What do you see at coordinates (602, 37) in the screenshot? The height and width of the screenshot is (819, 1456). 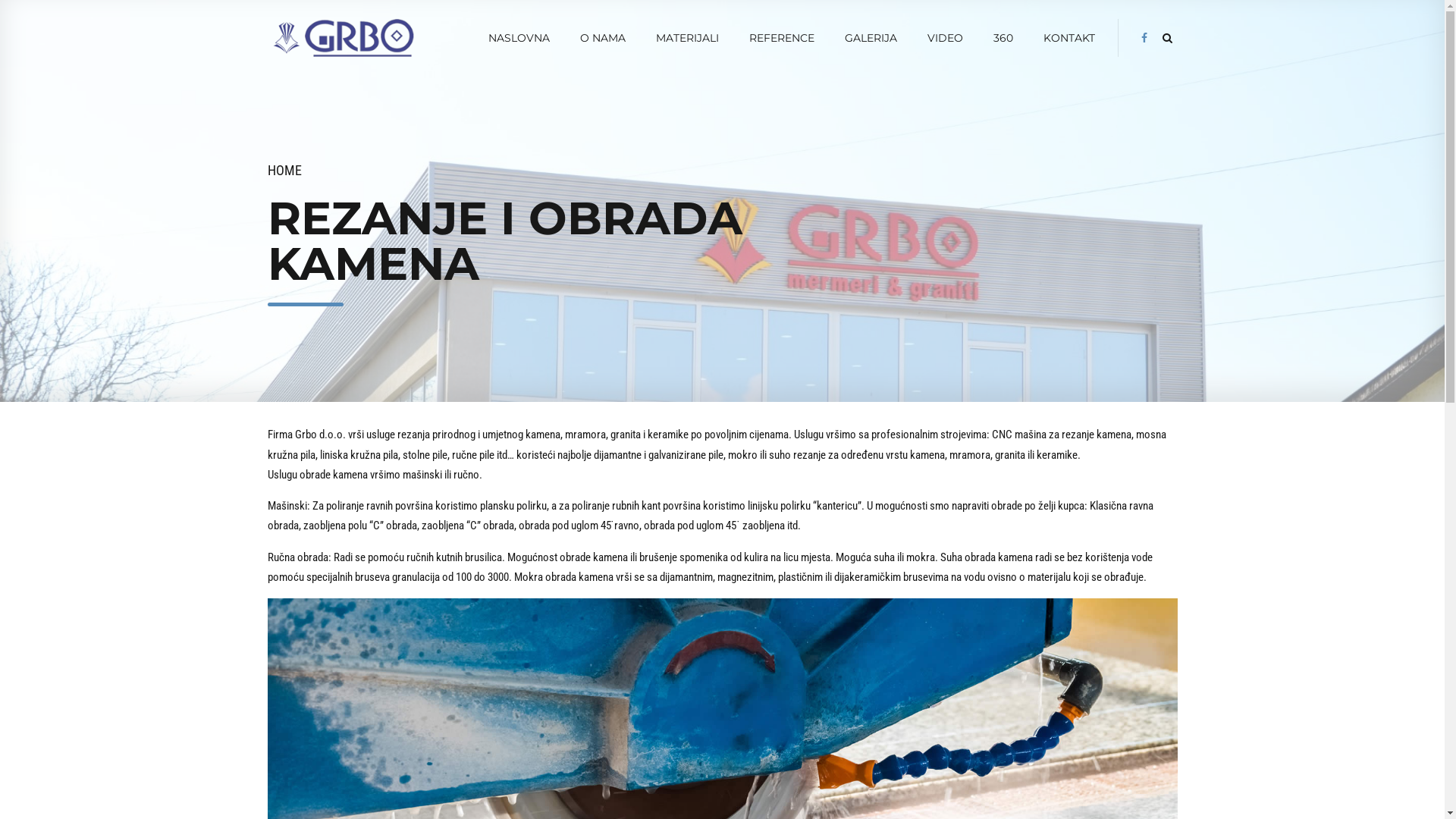 I see `'O NAMA'` at bounding box center [602, 37].